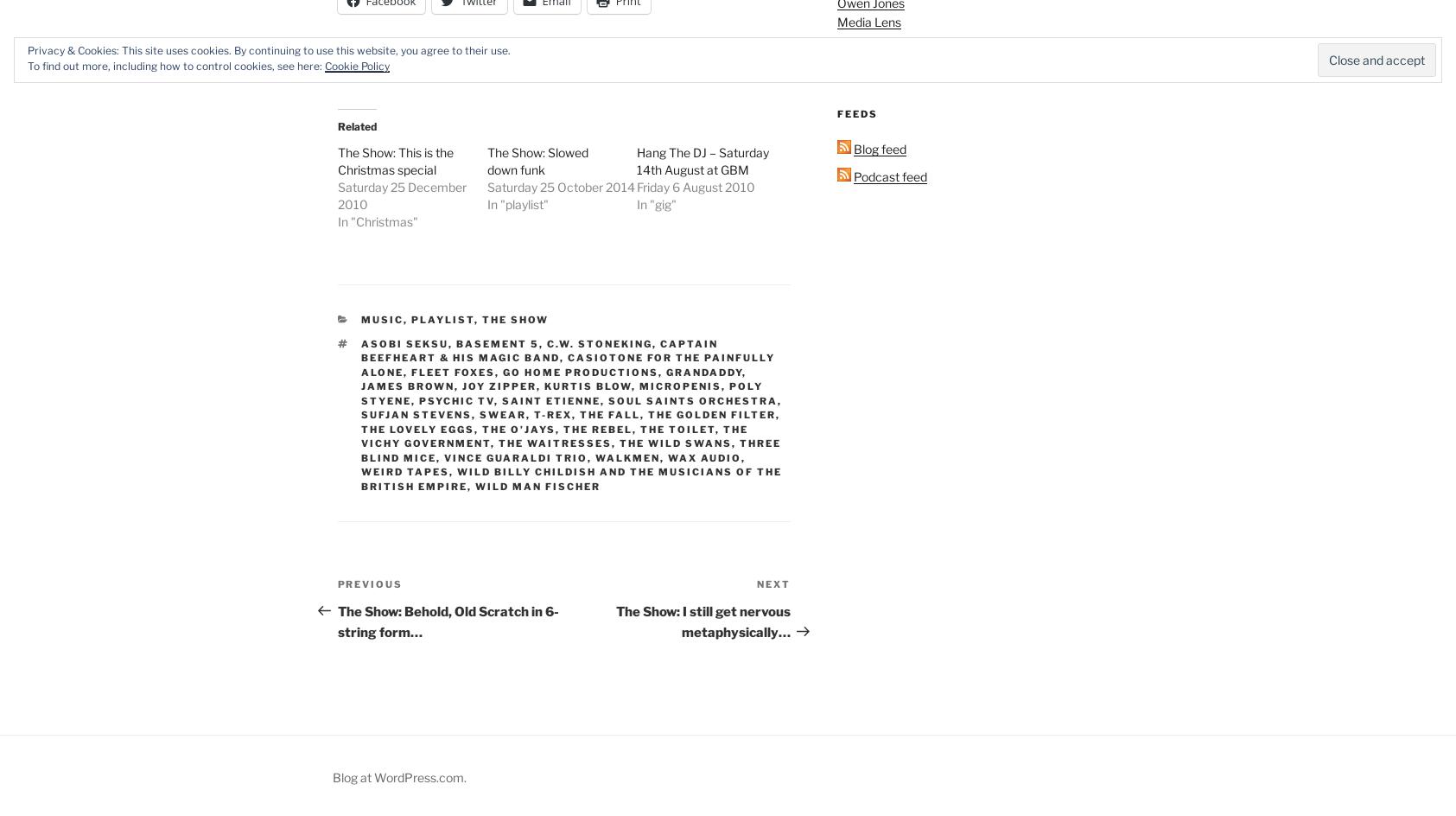 Image resolution: width=1456 pixels, height=816 pixels. What do you see at coordinates (406, 385) in the screenshot?
I see `'James Brown'` at bounding box center [406, 385].